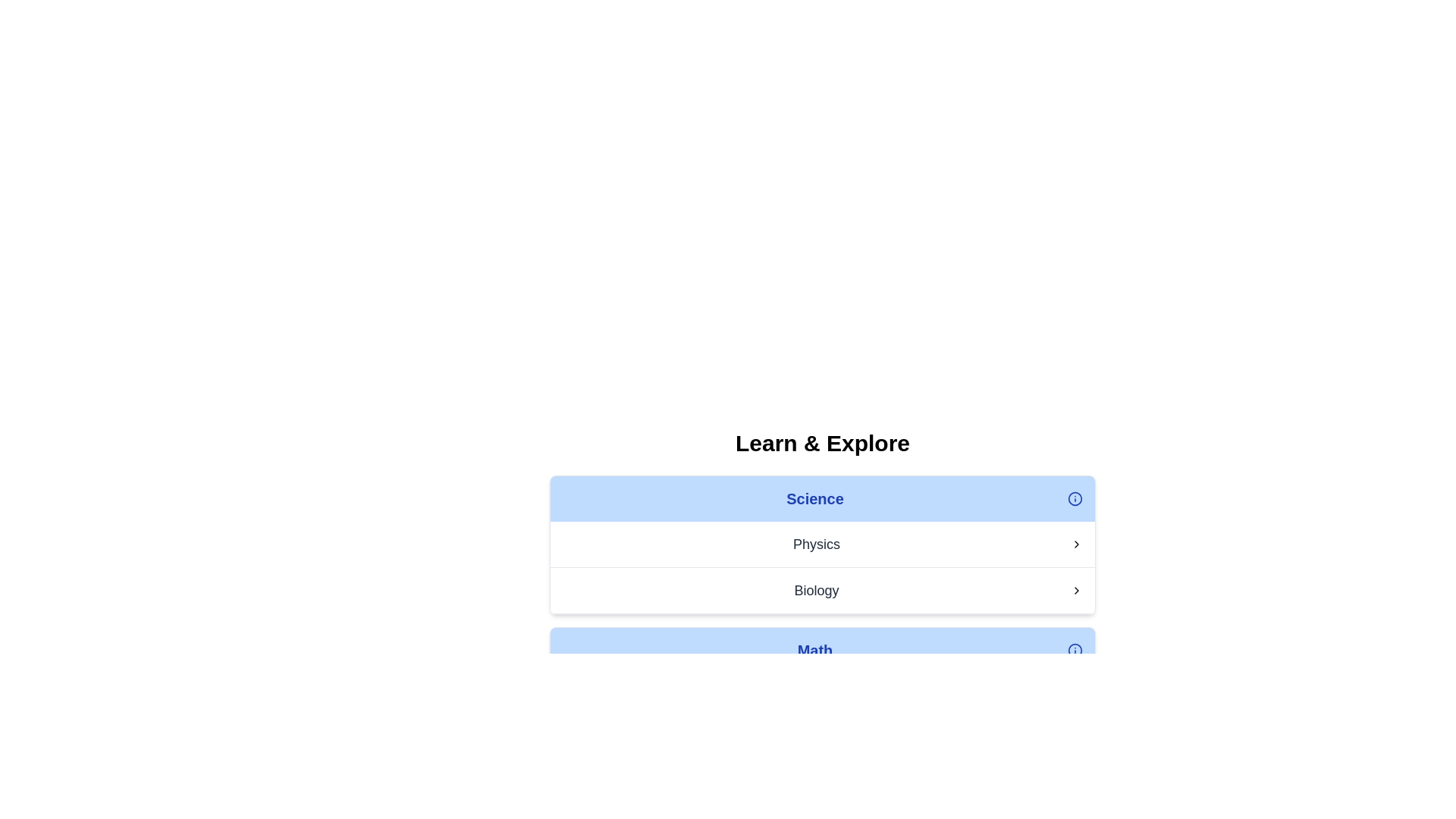 This screenshot has height=819, width=1456. I want to click on the button-like list item labeled 'Math' with a light blue background, which is the third section below the 'Learn & Explore' header, so click(821, 649).